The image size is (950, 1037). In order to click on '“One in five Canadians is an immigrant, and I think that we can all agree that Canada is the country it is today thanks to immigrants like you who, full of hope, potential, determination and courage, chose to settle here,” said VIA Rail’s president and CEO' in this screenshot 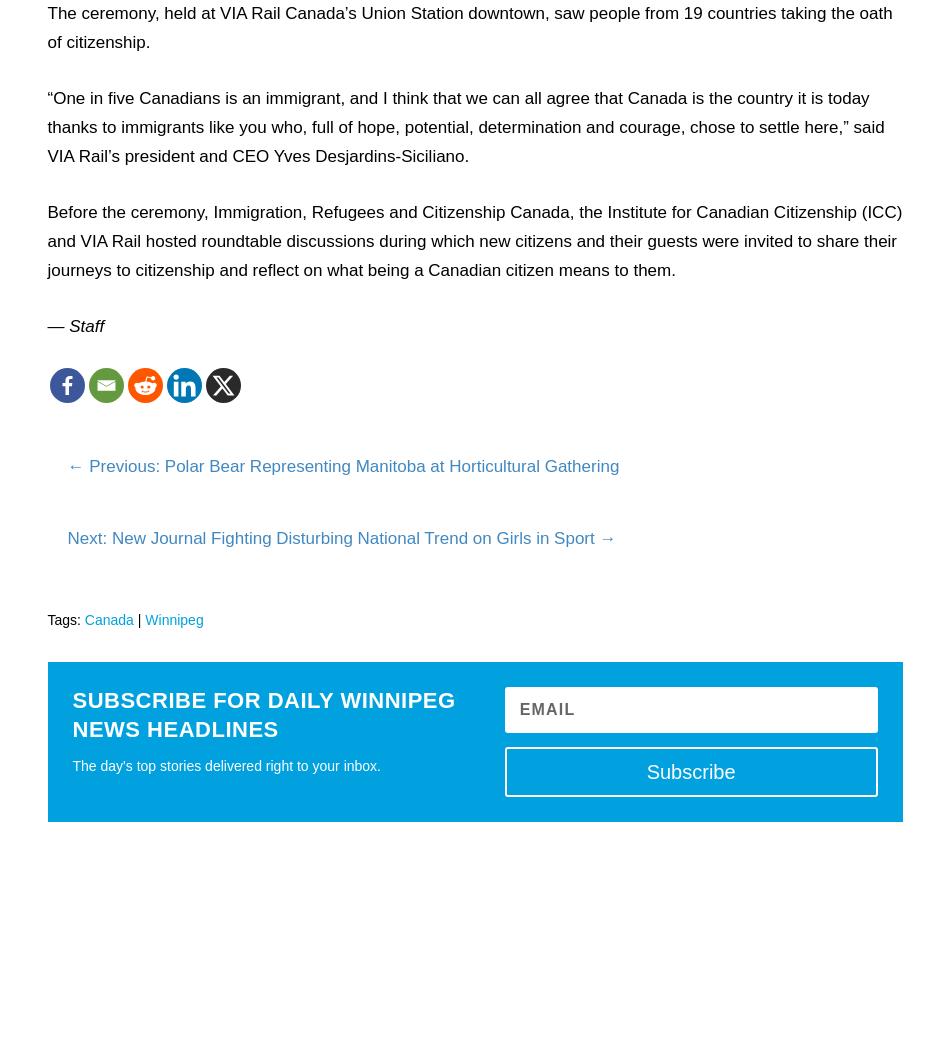, I will do `click(464, 125)`.